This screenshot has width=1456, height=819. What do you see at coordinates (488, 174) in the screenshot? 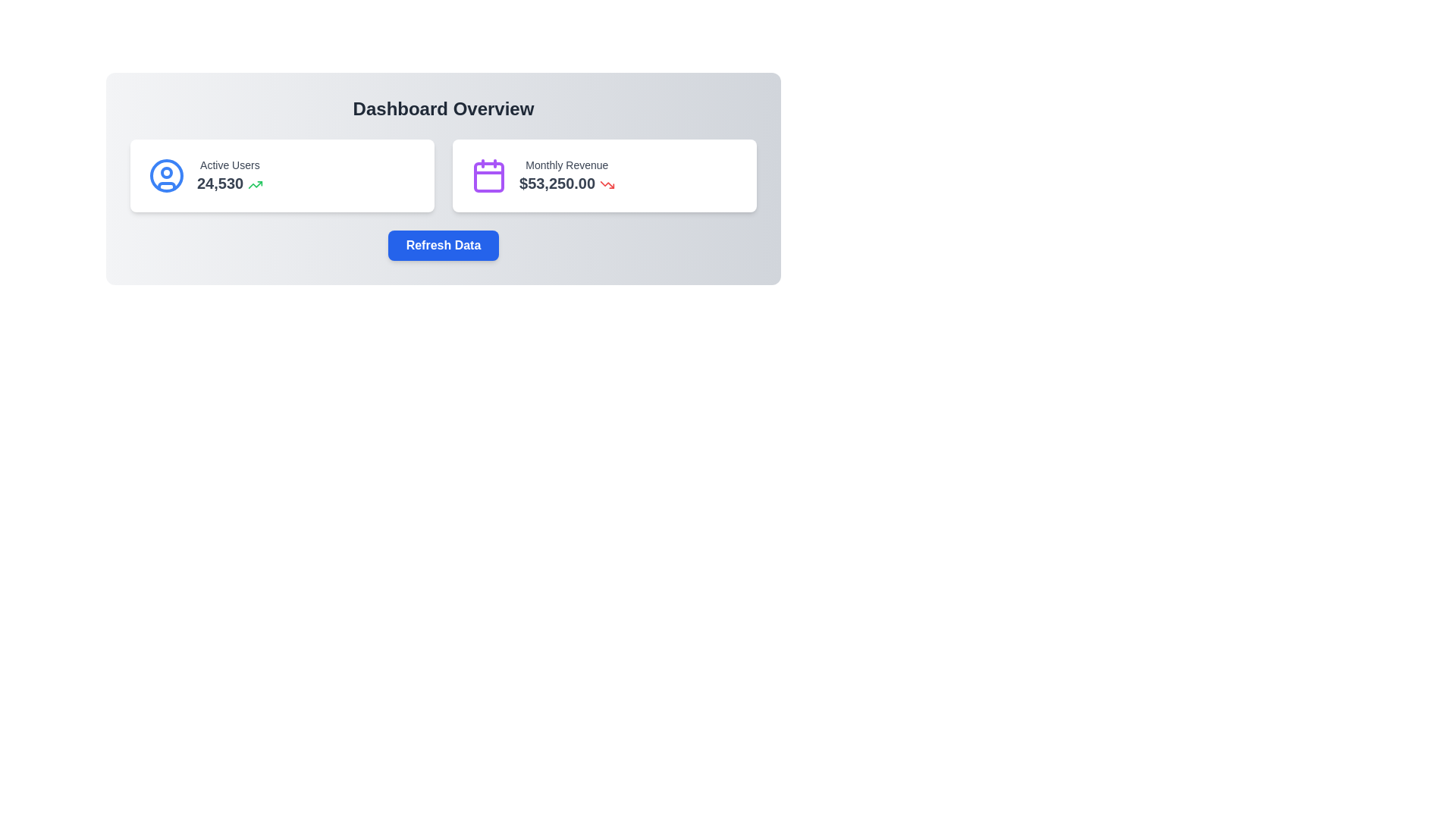
I see `the vibrant purple calendar icon located in the Dashboard Overview section, which is aligned to the left of the 'Monthly Revenue' text and '$53,250.00'` at bounding box center [488, 174].